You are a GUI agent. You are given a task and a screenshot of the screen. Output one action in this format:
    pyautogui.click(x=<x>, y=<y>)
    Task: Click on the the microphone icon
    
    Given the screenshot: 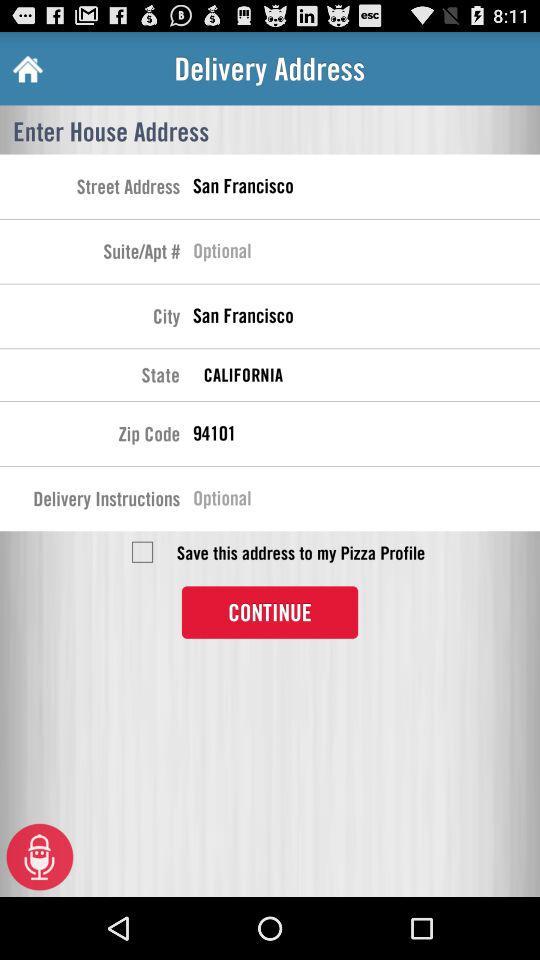 What is the action you would take?
    pyautogui.click(x=40, y=917)
    